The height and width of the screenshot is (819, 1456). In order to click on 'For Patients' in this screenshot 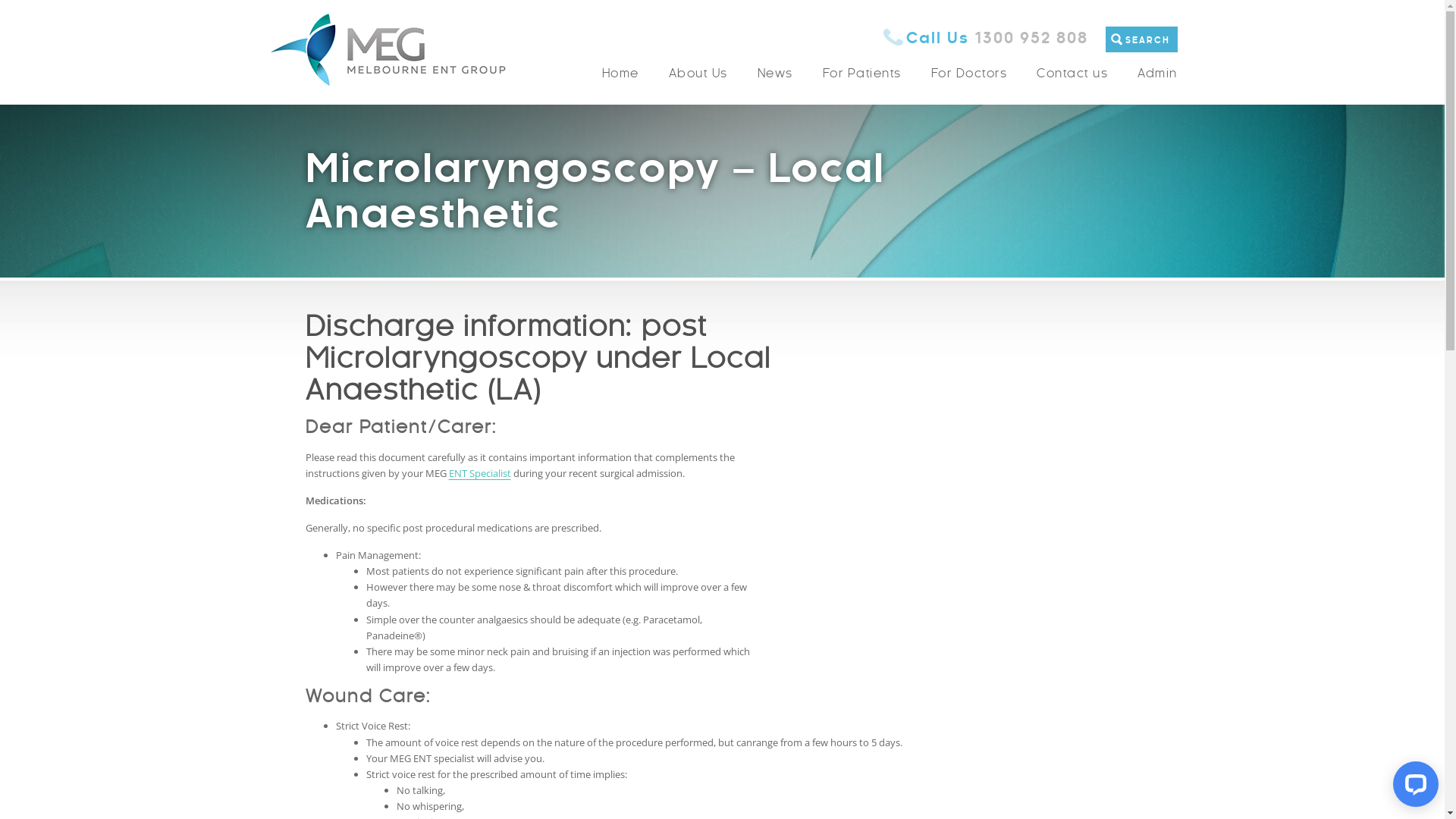, I will do `click(807, 74)`.